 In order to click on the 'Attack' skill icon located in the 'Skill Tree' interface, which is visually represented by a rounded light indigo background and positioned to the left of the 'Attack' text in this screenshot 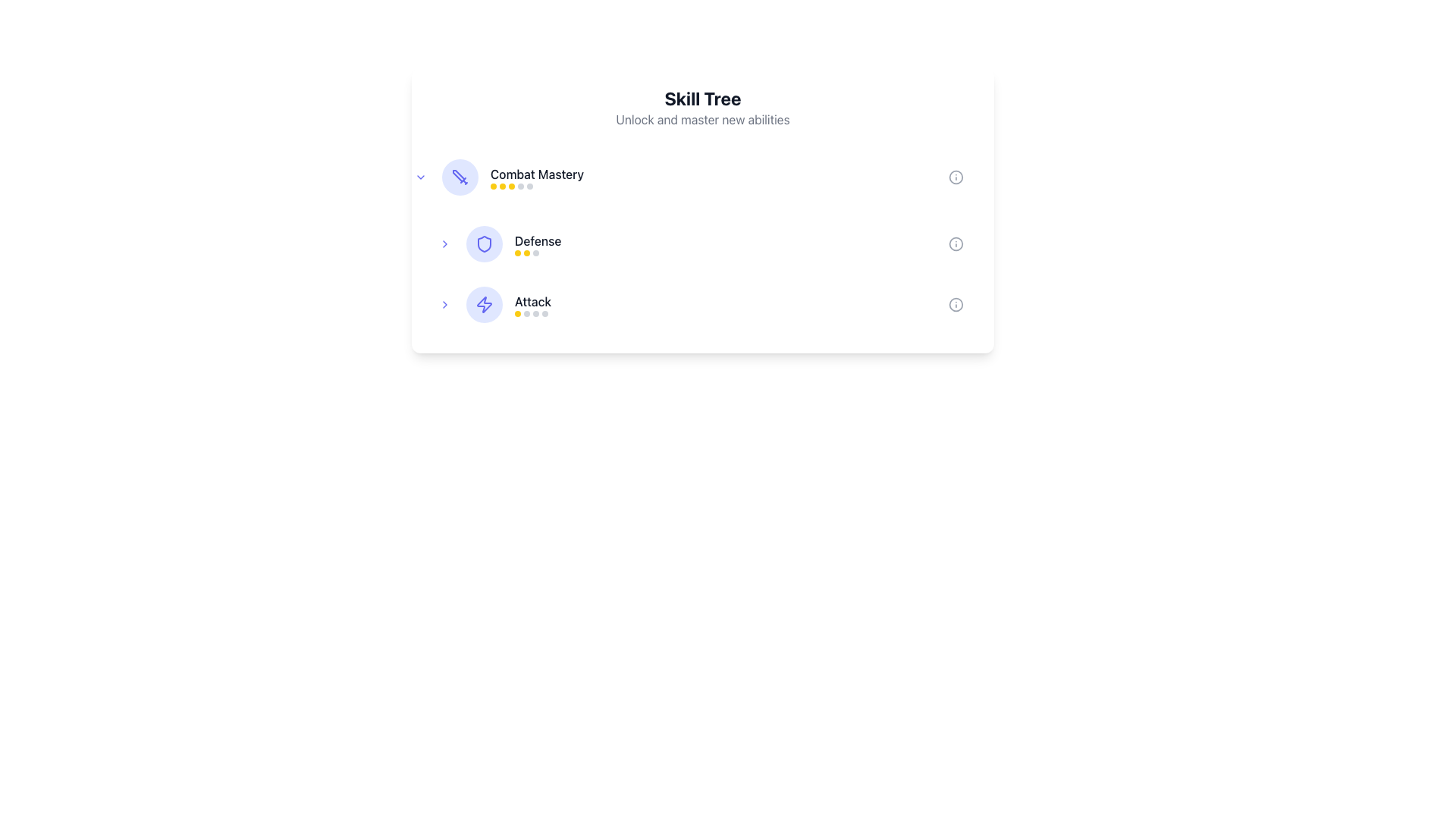, I will do `click(483, 304)`.